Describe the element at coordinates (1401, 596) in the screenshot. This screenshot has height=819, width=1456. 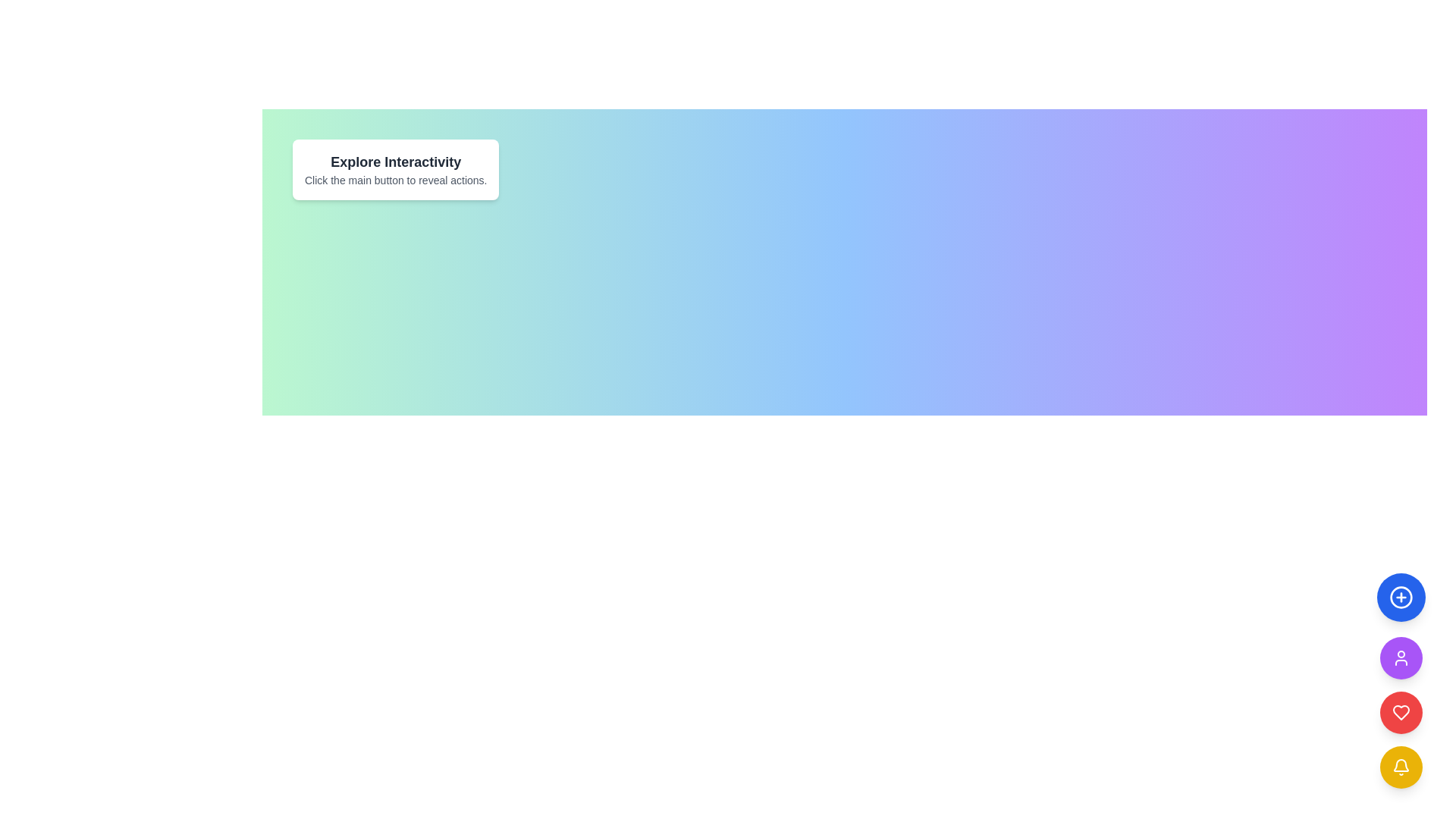
I see `the button located at the top of the vertical button group in the bottom-right corner of the interface` at that location.